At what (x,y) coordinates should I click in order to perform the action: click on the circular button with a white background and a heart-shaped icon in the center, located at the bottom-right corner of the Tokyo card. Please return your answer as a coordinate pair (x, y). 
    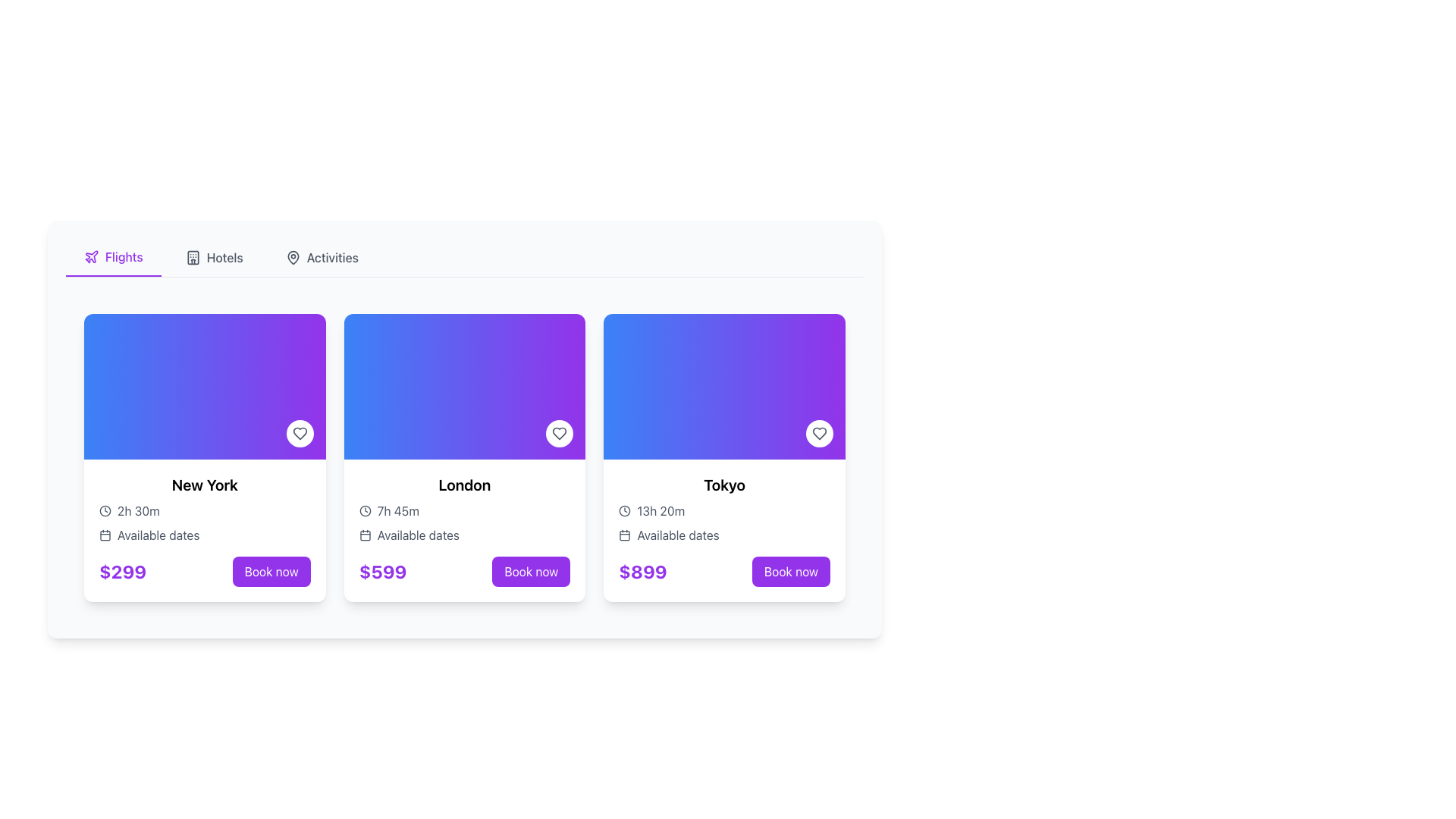
    Looking at the image, I should click on (818, 433).